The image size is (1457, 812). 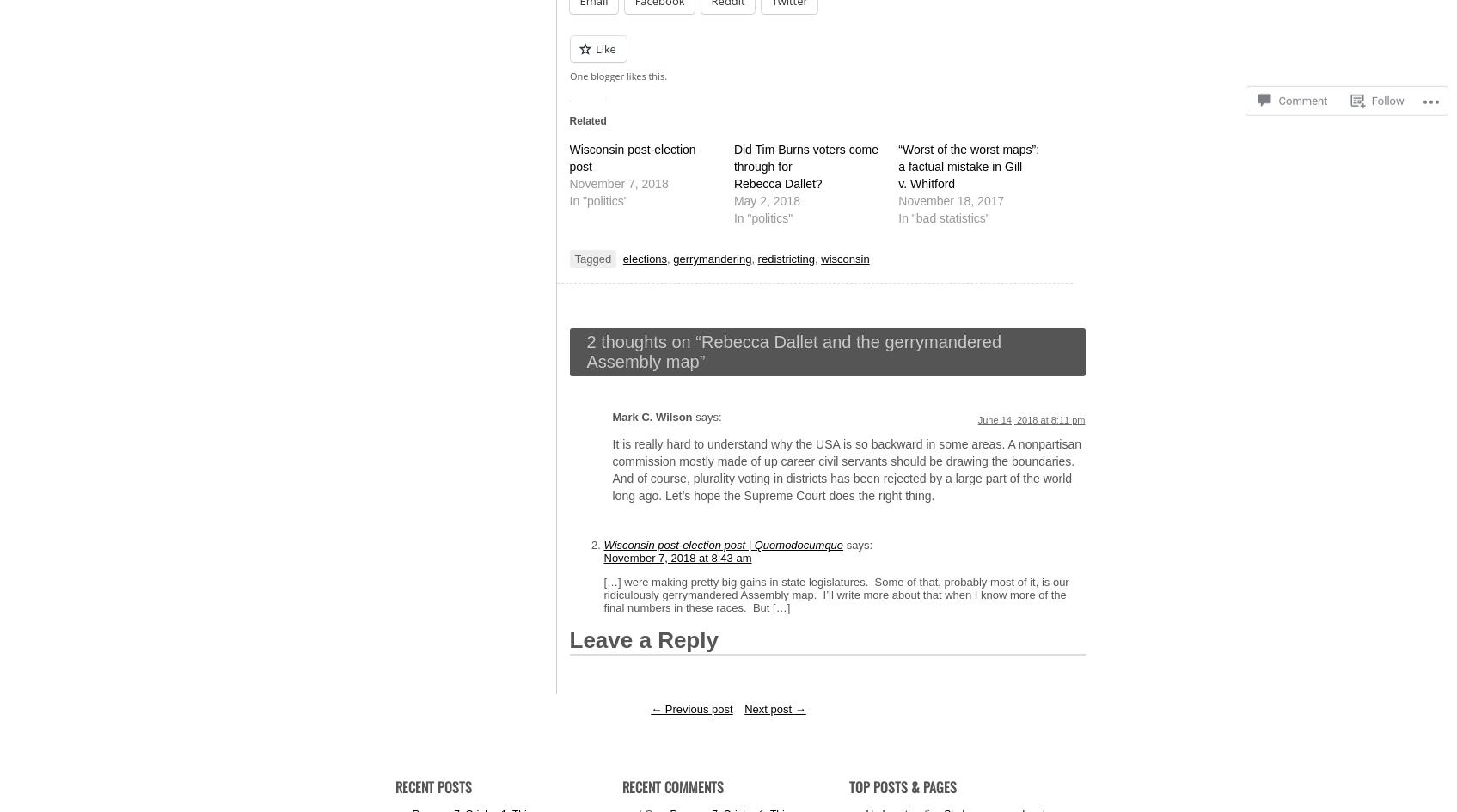 What do you see at coordinates (786, 259) in the screenshot?
I see `'redistricting'` at bounding box center [786, 259].